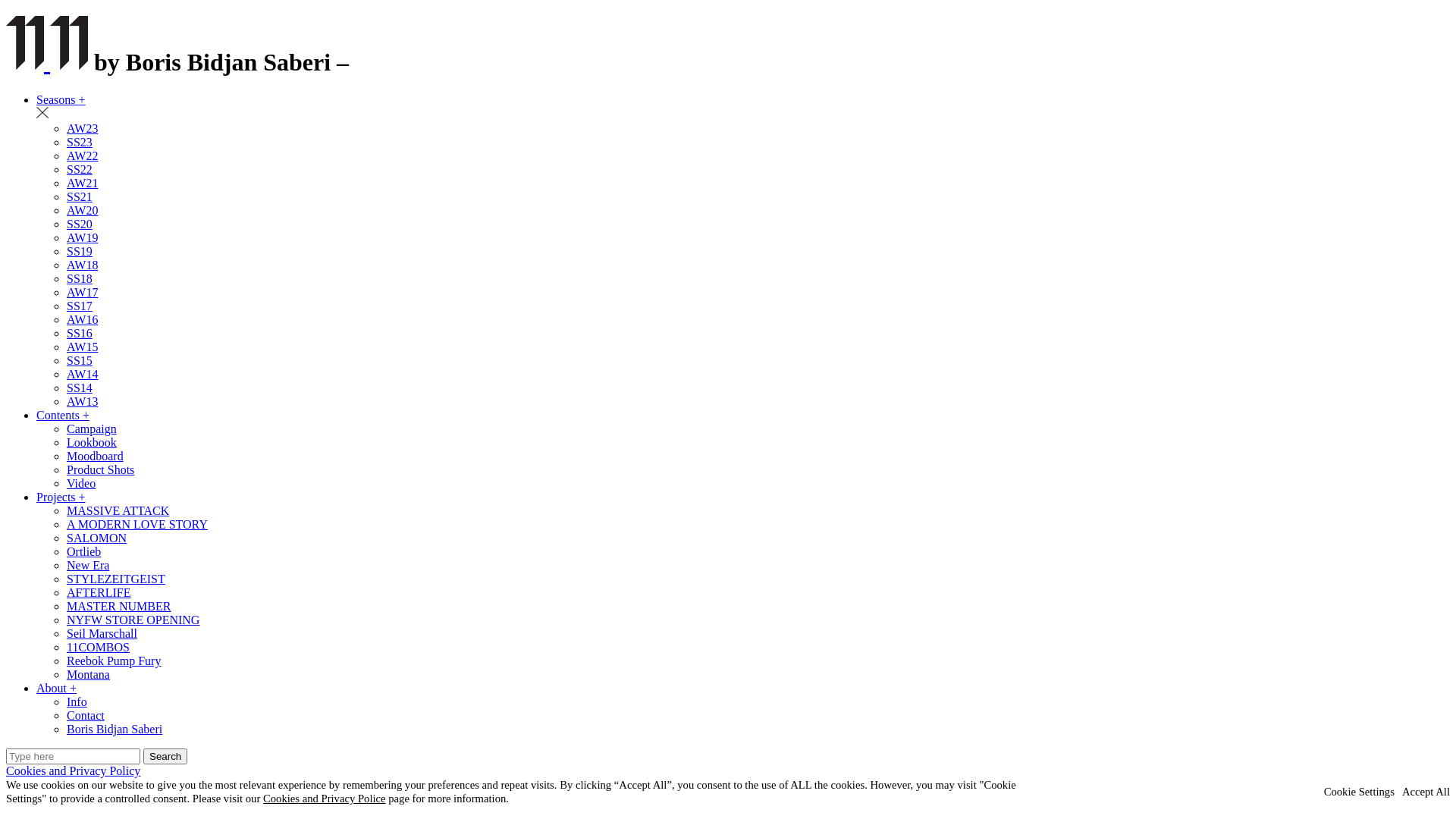 The height and width of the screenshot is (819, 1456). I want to click on 'Moodboard', so click(94, 455).